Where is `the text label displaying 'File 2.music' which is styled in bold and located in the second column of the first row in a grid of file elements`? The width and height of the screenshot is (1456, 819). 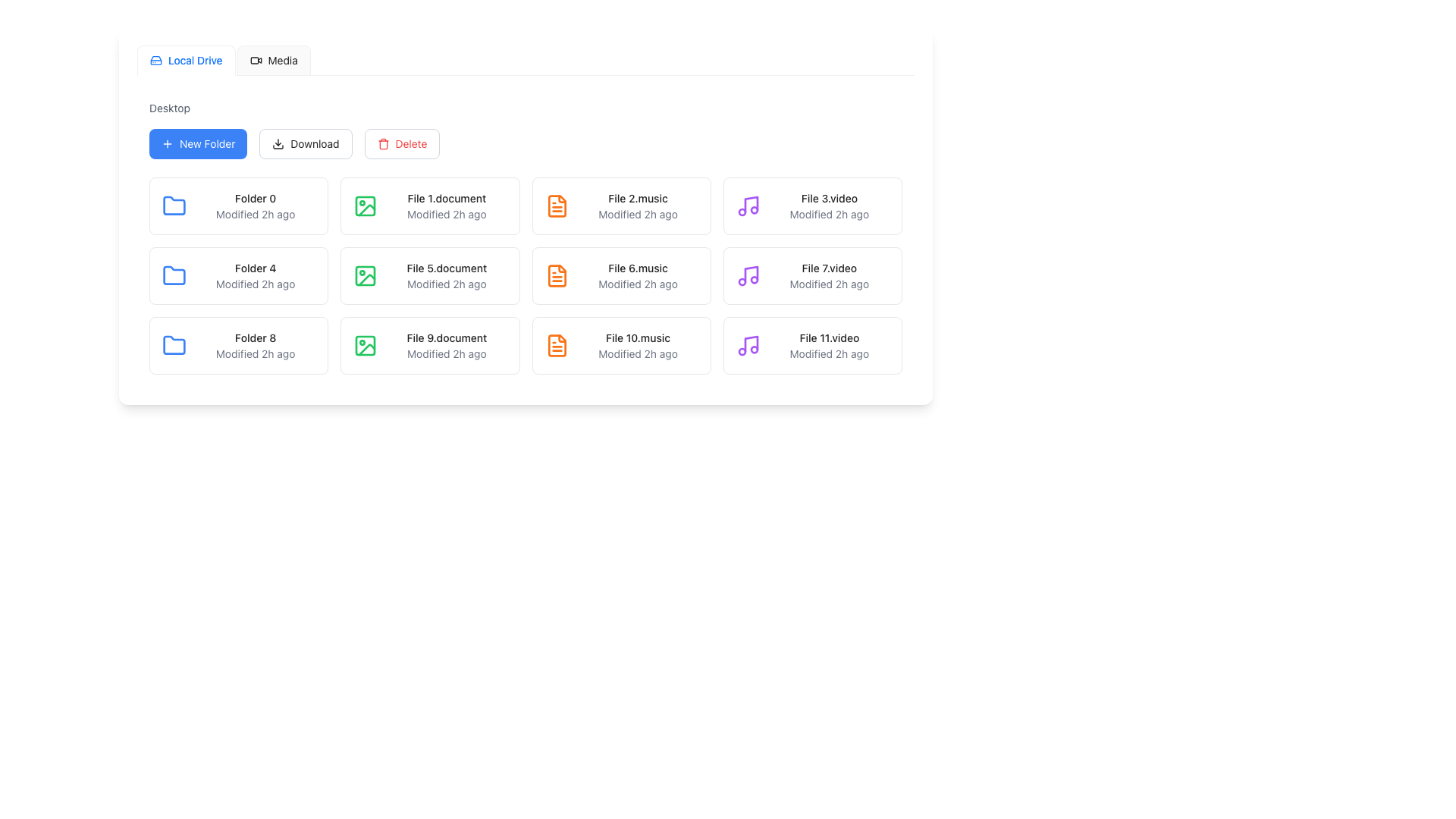
the text label displaying 'File 2.music' which is styled in bold and located in the second column of the first row in a grid of file elements is located at coordinates (638, 198).